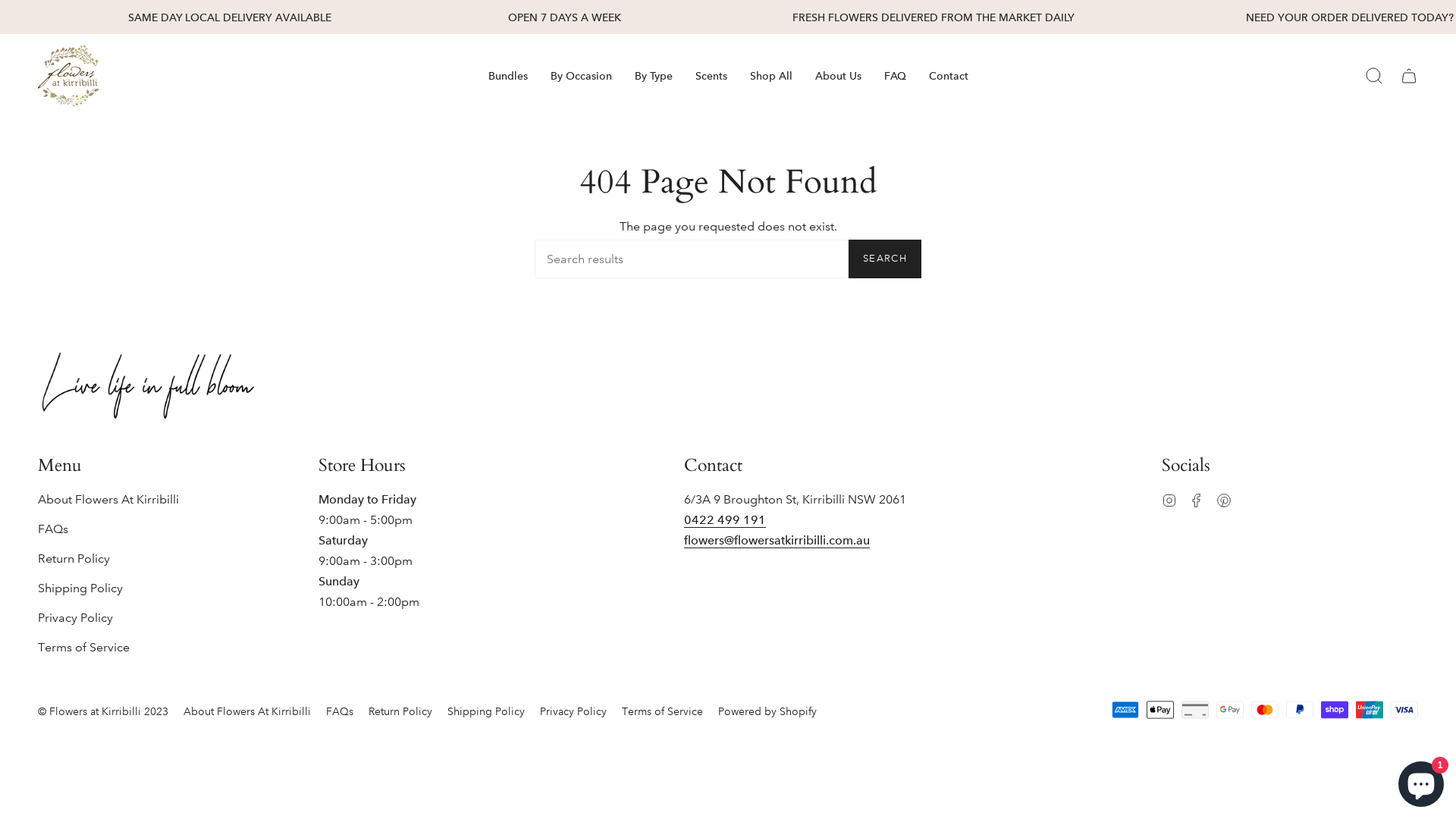 This screenshot has height=819, width=1456. I want to click on 'Shop All', so click(771, 76).